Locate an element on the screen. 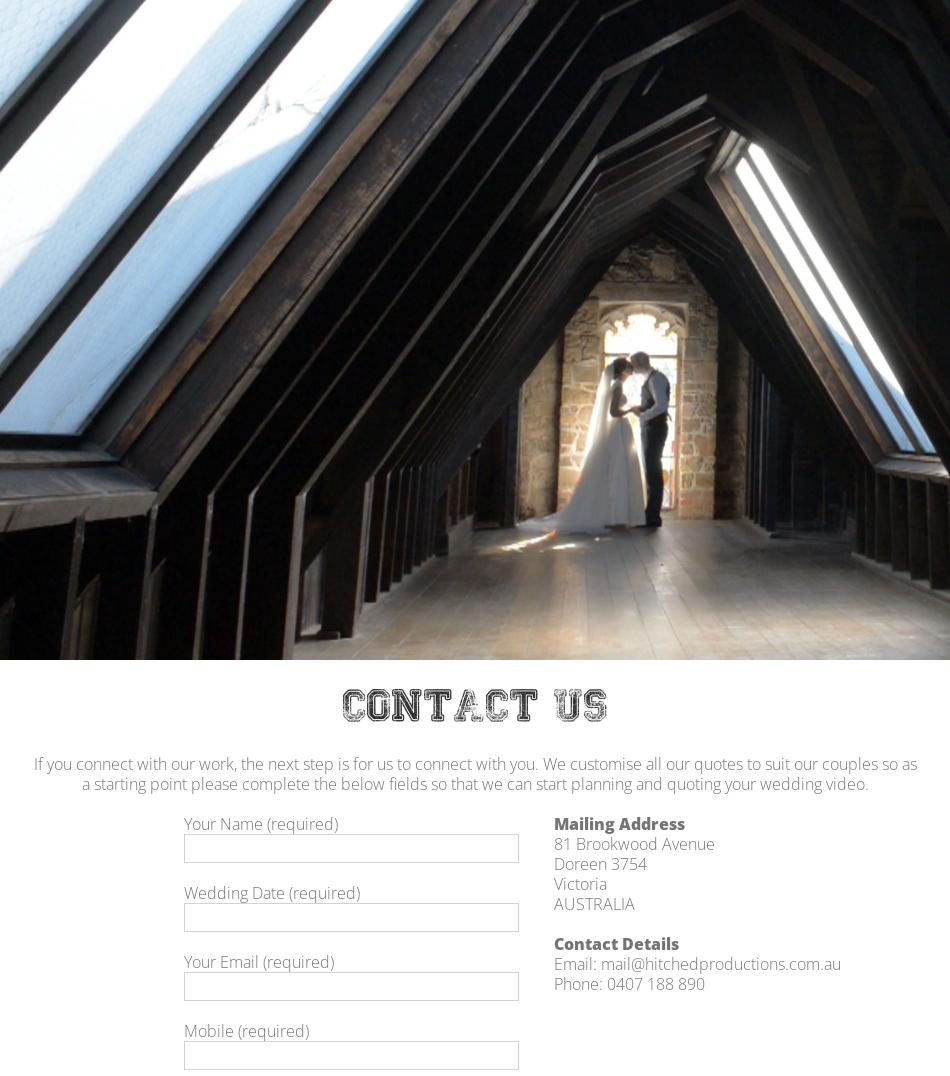  'Wedding Date (required)' is located at coordinates (270, 892).